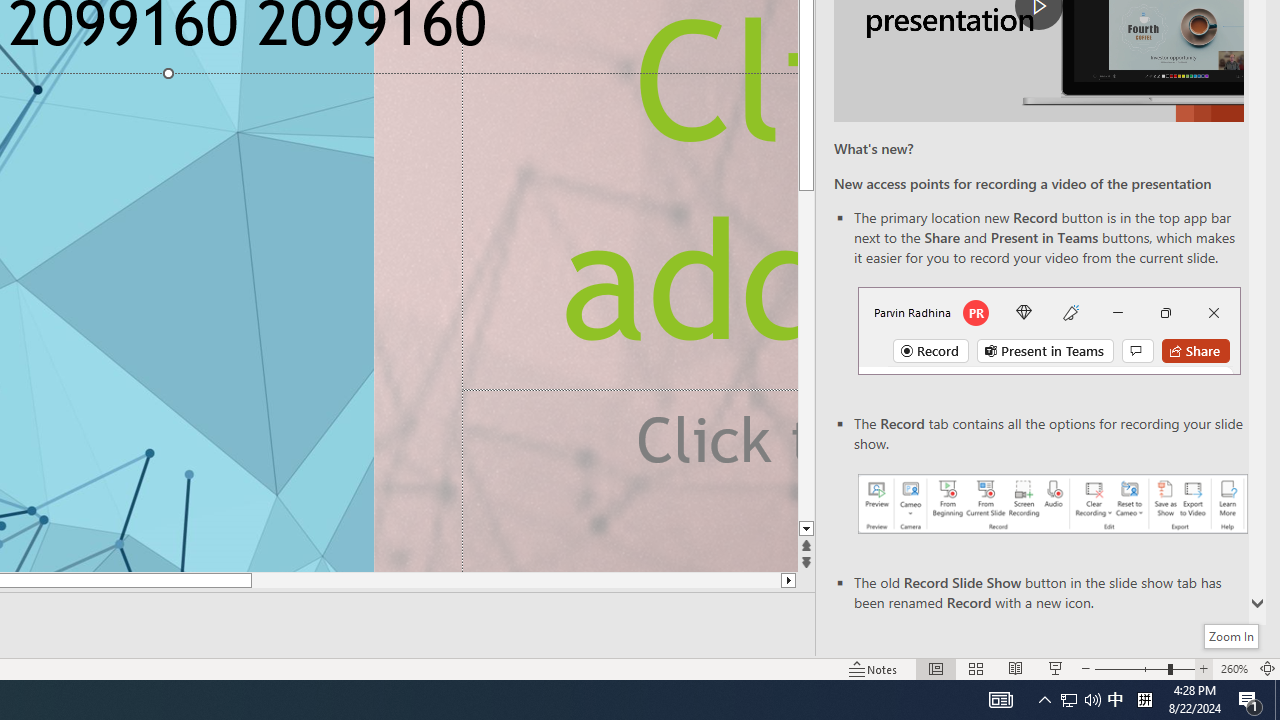  Describe the element at coordinates (935, 669) in the screenshot. I see `'Normal'` at that location.